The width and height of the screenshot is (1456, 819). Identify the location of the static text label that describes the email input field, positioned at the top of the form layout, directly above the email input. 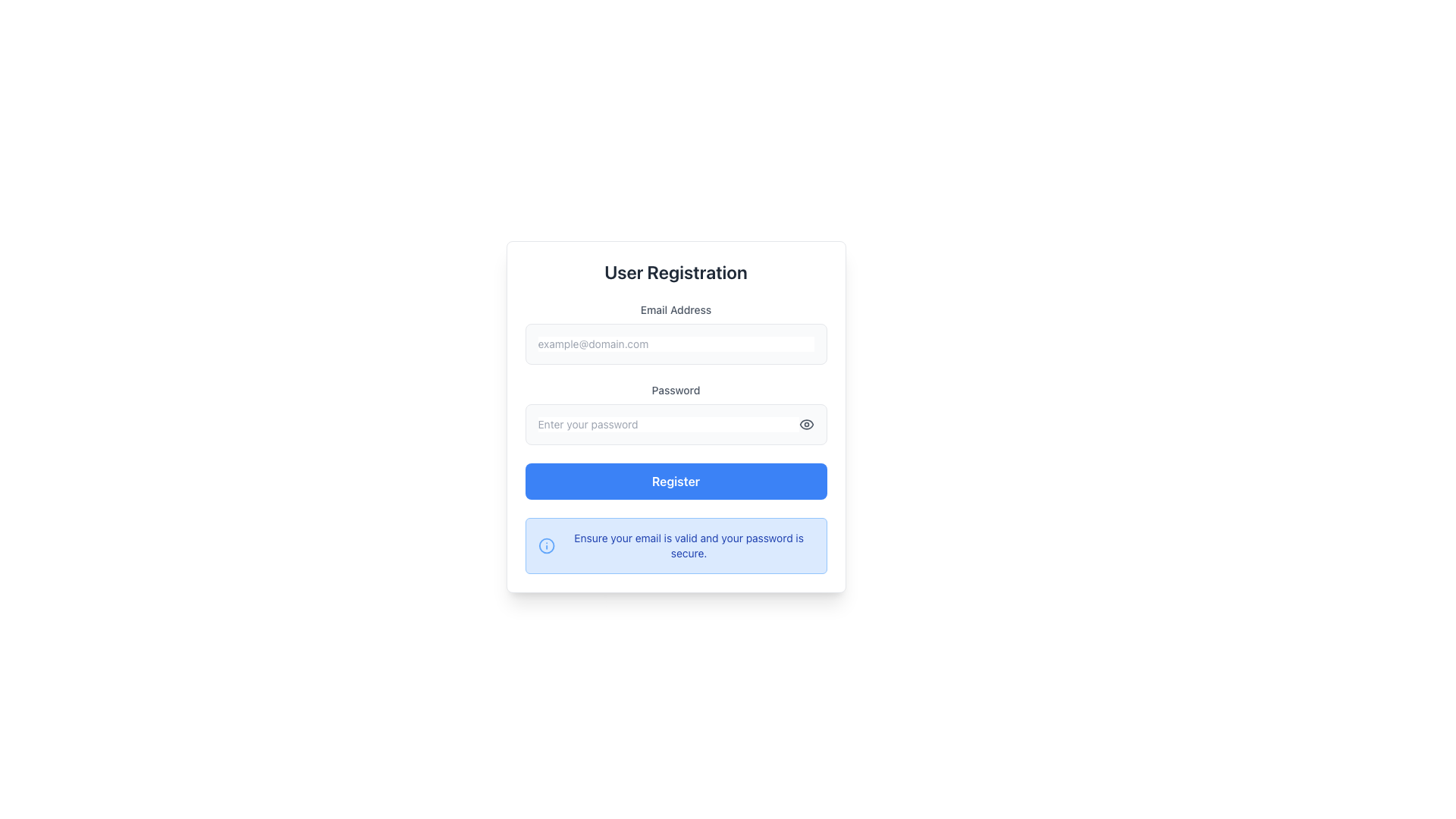
(675, 309).